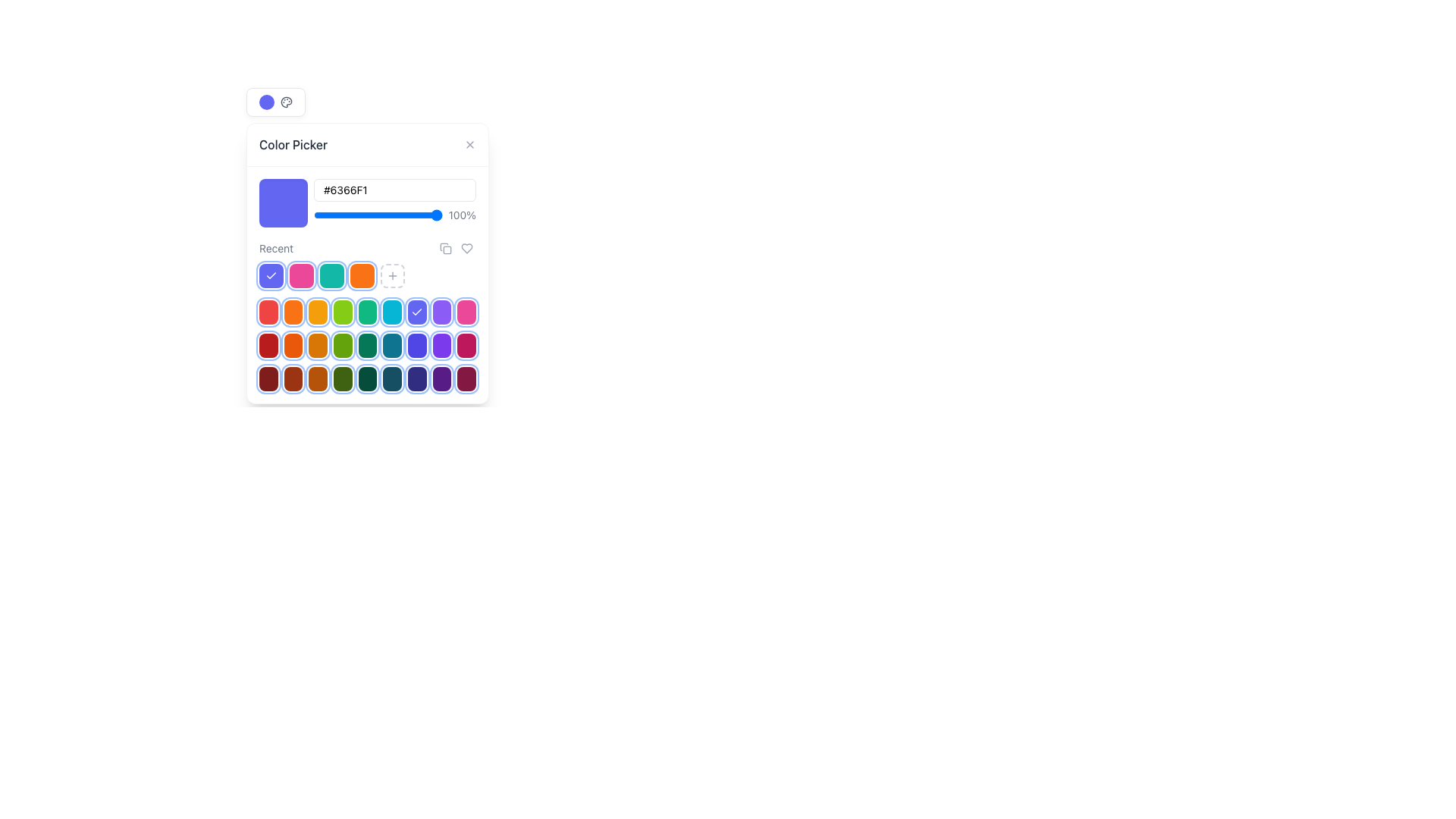 Image resolution: width=1456 pixels, height=819 pixels. I want to click on the pink rounded square Color selection button located at the bottom-right of the Color Picker interface, so click(466, 312).